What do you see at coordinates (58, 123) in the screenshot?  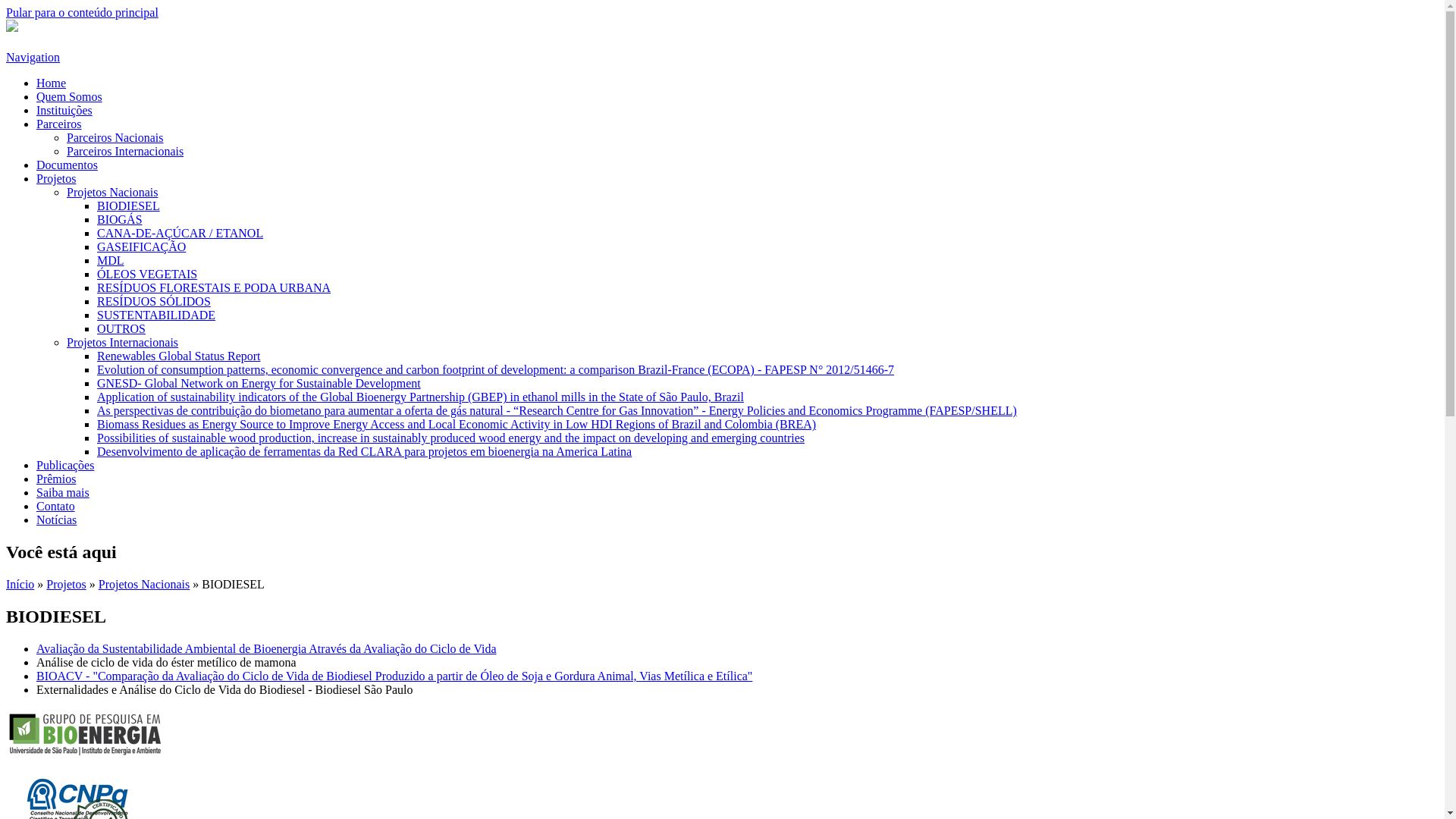 I see `'Parceiros'` at bounding box center [58, 123].